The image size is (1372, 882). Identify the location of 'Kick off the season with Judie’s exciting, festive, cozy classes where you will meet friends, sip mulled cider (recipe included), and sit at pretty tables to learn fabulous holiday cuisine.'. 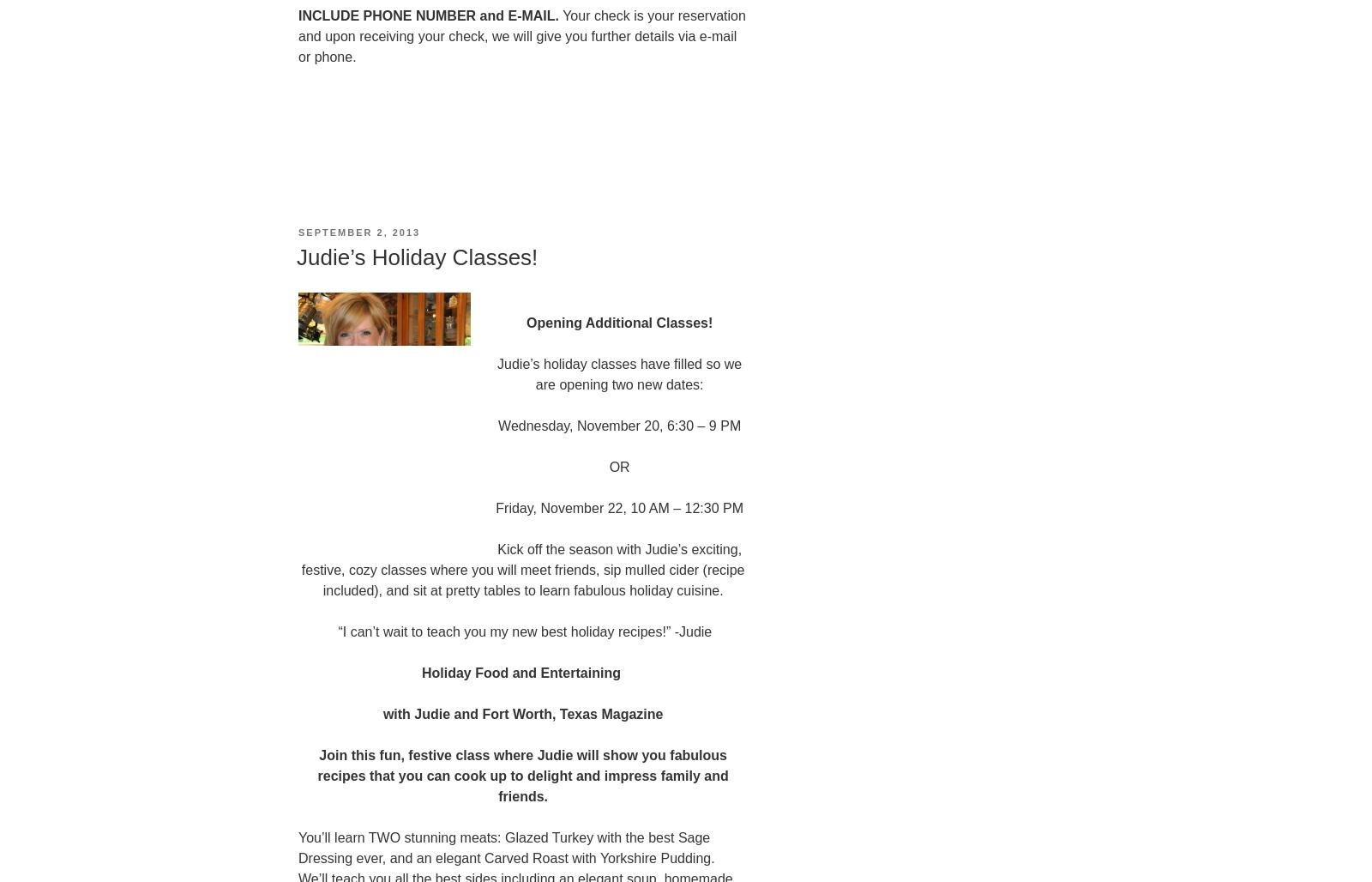
(522, 569).